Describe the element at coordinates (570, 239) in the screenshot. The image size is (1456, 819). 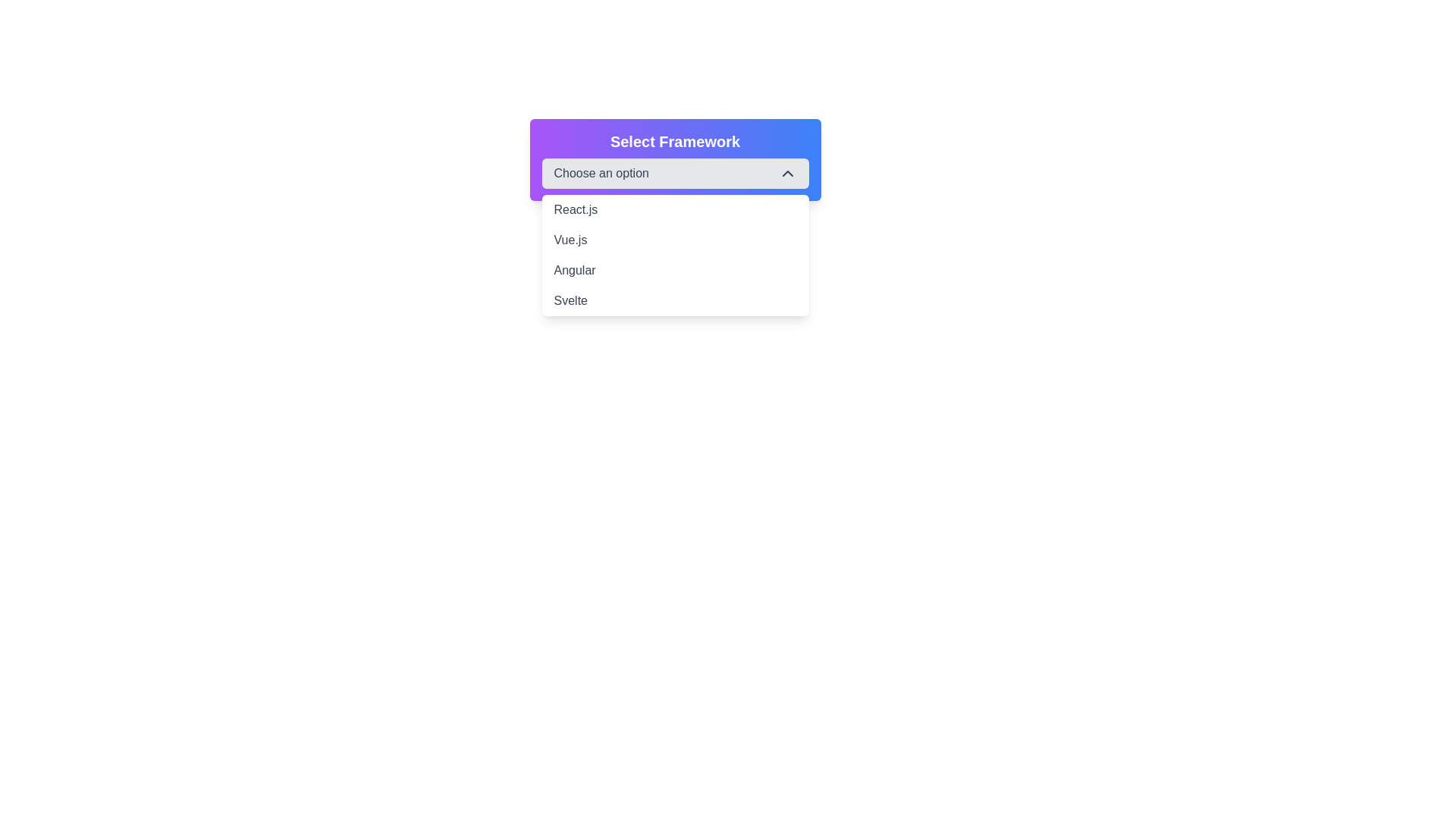
I see `the 'Vue.js' text label in the dropdown menu` at that location.